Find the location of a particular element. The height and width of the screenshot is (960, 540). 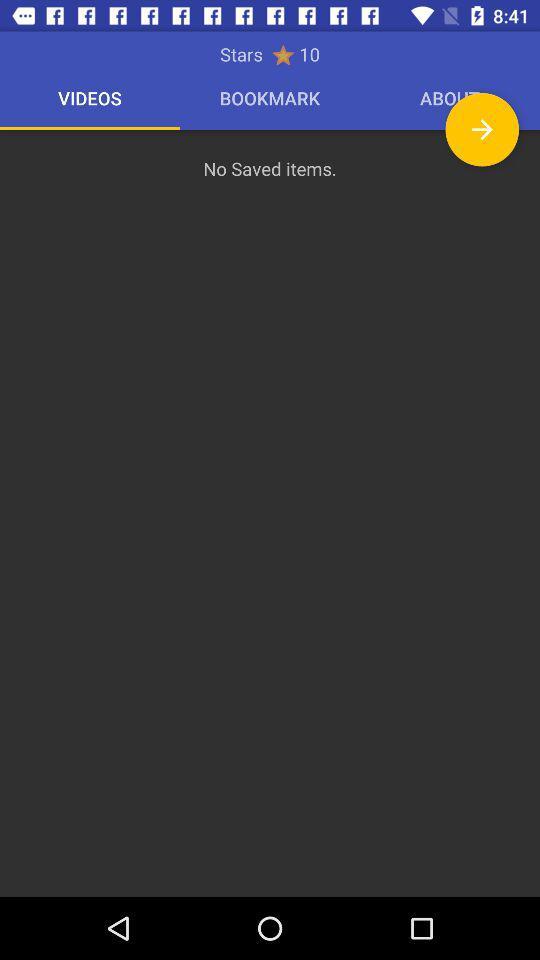

the icon next to the bookmark icon is located at coordinates (481, 128).